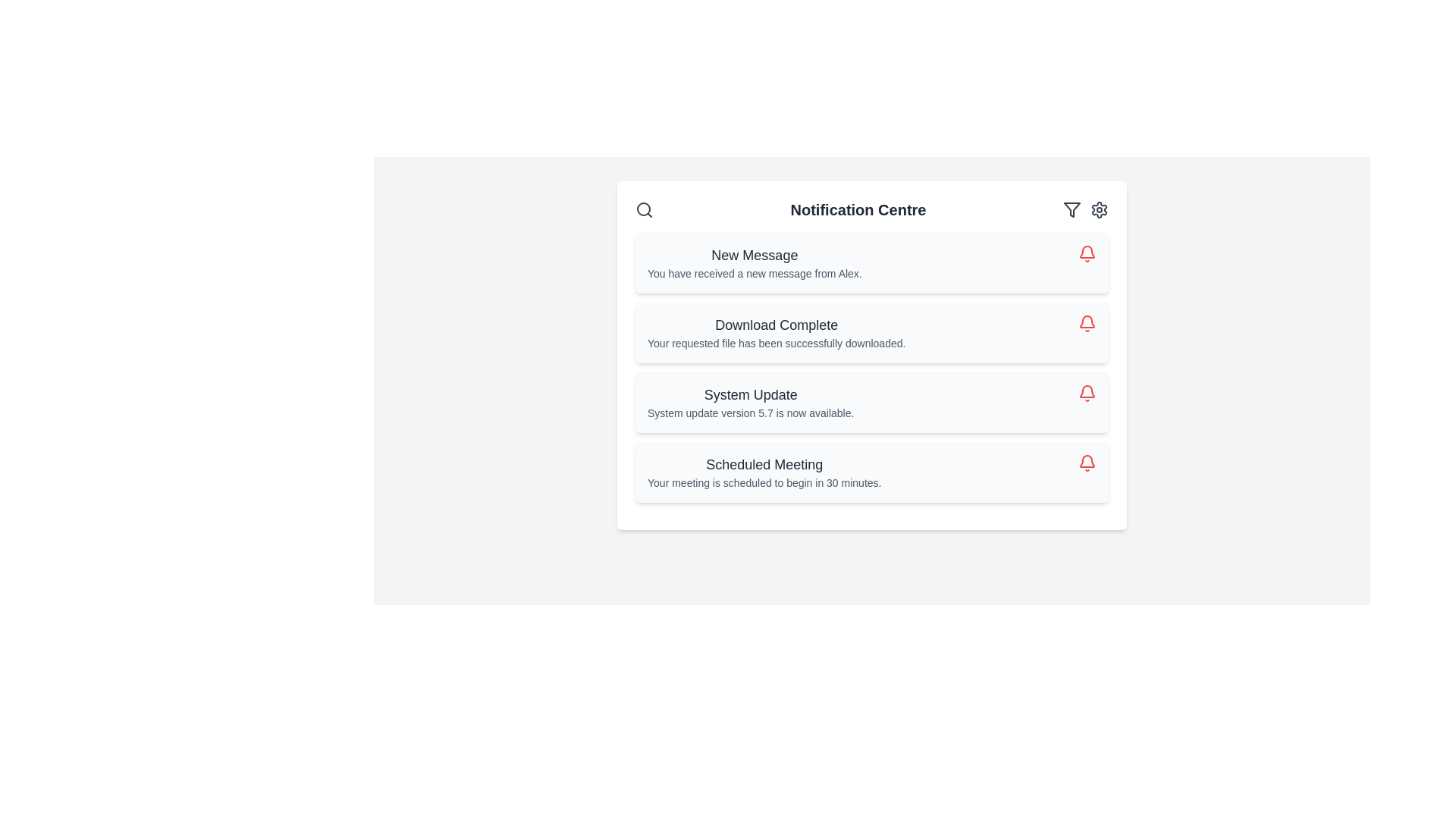  Describe the element at coordinates (755, 254) in the screenshot. I see `the 'New Message' text label, which is the header of the first notification card in the Notification Centre interface` at that location.